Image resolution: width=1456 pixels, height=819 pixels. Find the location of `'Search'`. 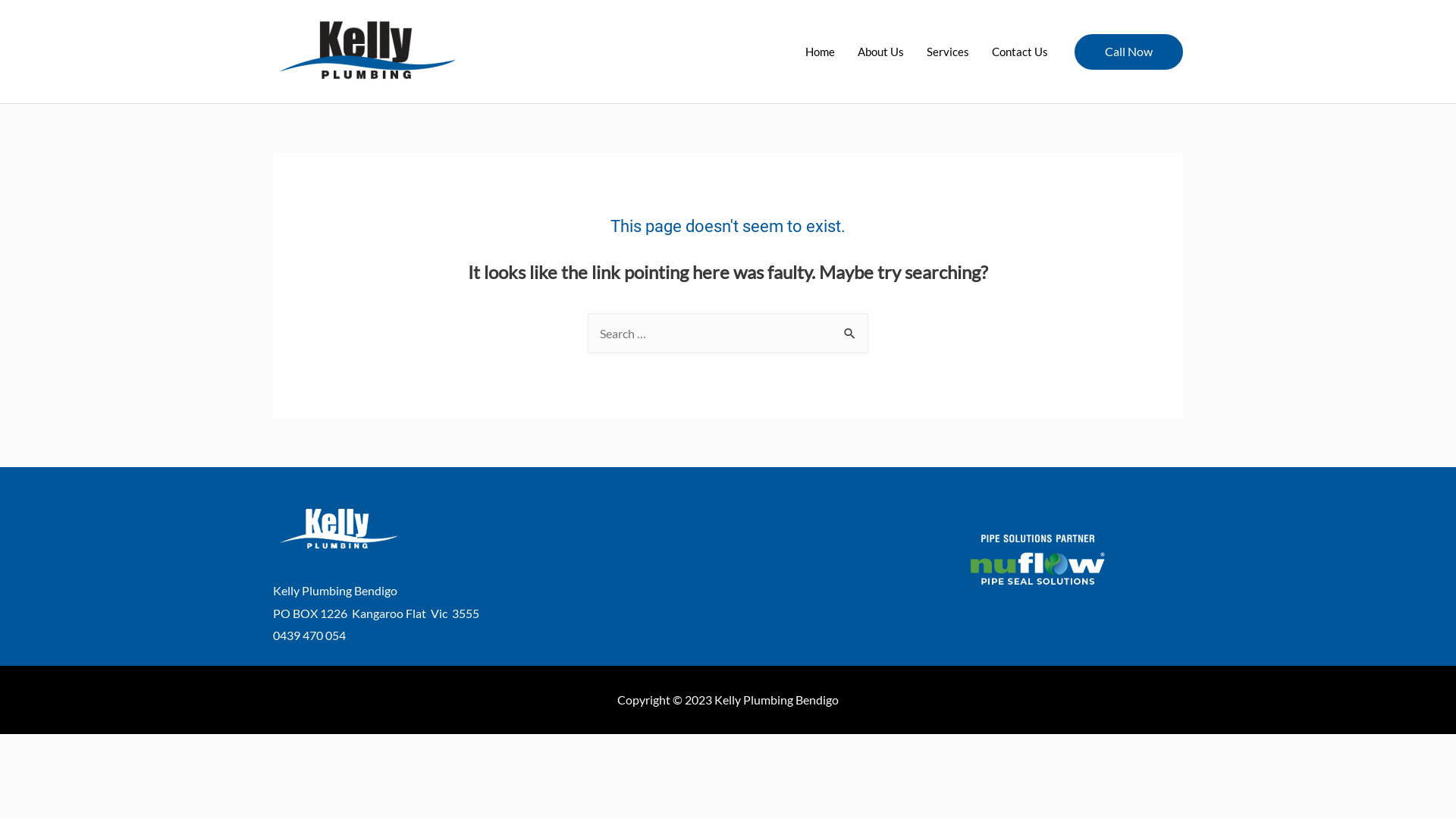

'Search' is located at coordinates (851, 328).